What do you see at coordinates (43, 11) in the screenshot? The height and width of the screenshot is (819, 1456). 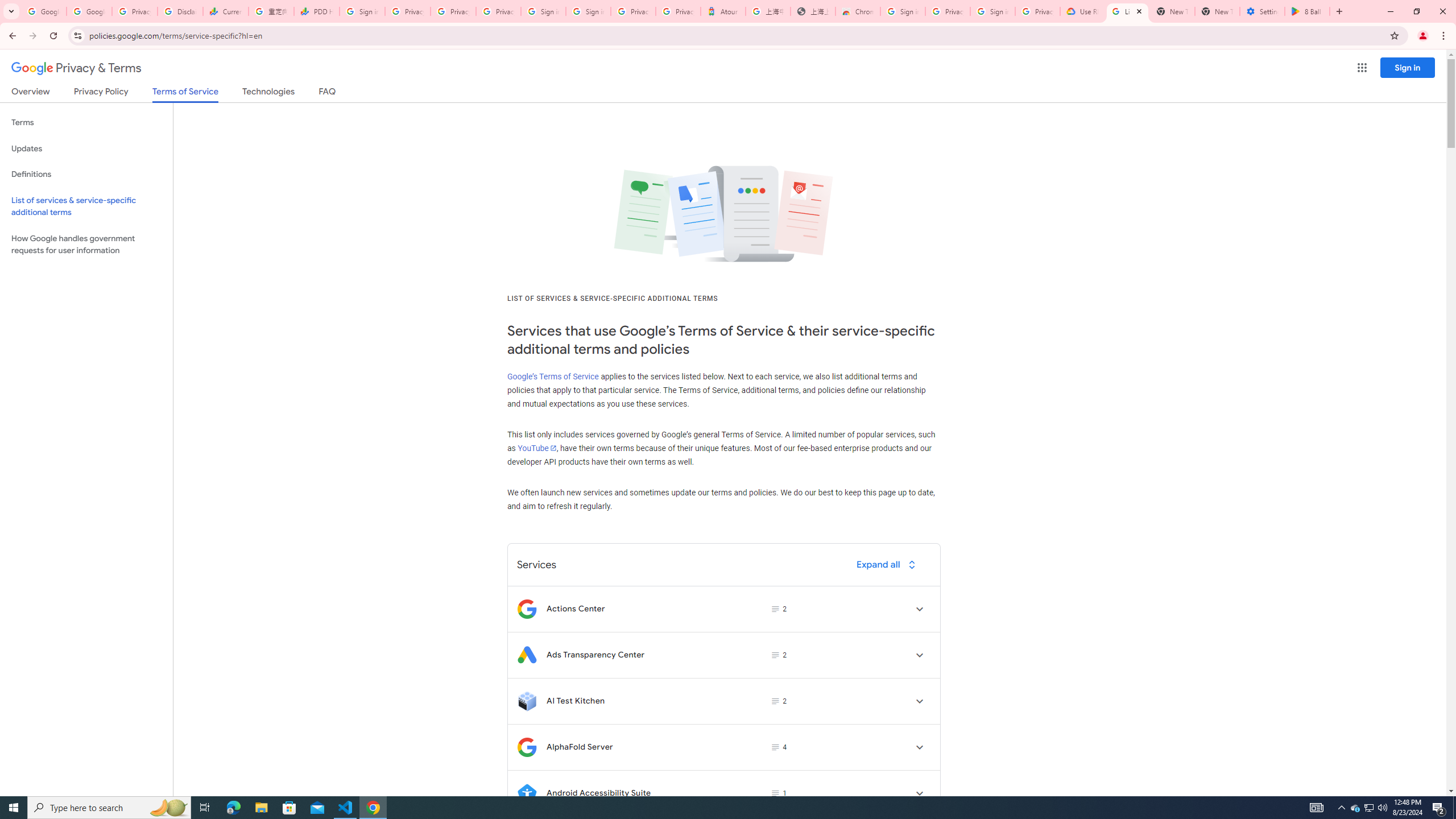 I see `'Google Workspace Admin Community'` at bounding box center [43, 11].